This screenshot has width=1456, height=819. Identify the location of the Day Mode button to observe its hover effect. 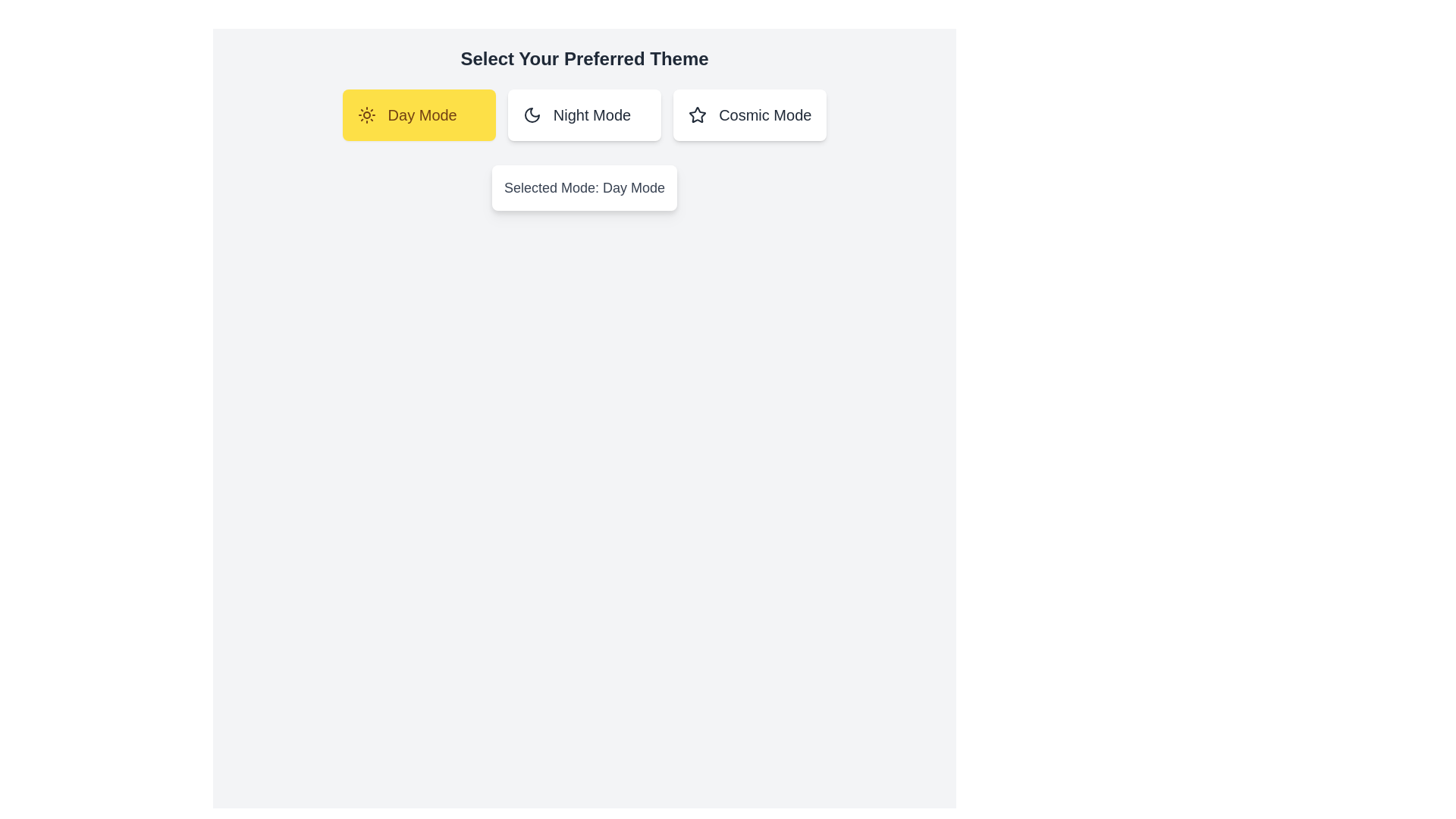
(419, 114).